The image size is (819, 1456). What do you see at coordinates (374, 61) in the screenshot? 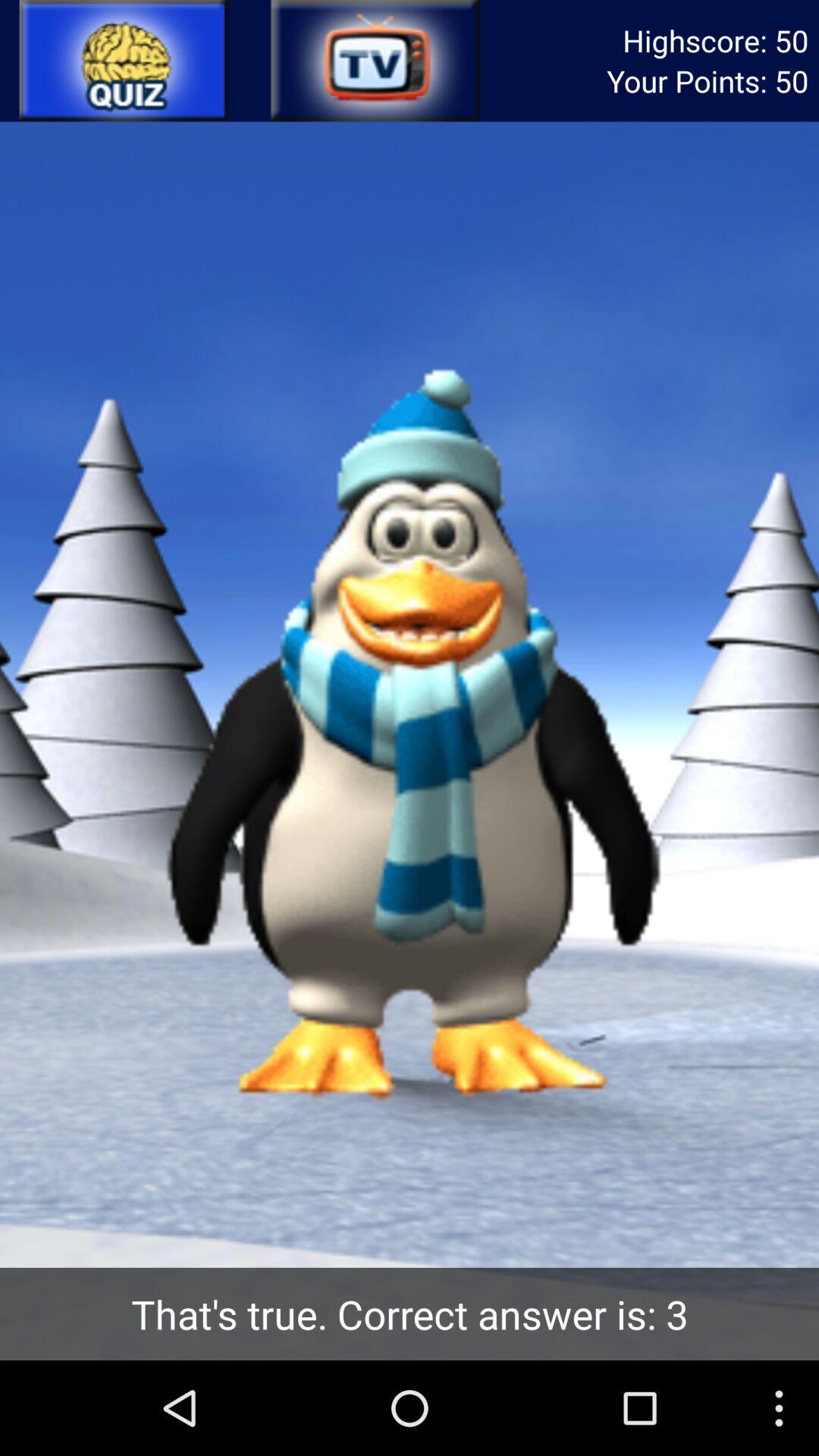
I see `switch tv option` at bounding box center [374, 61].